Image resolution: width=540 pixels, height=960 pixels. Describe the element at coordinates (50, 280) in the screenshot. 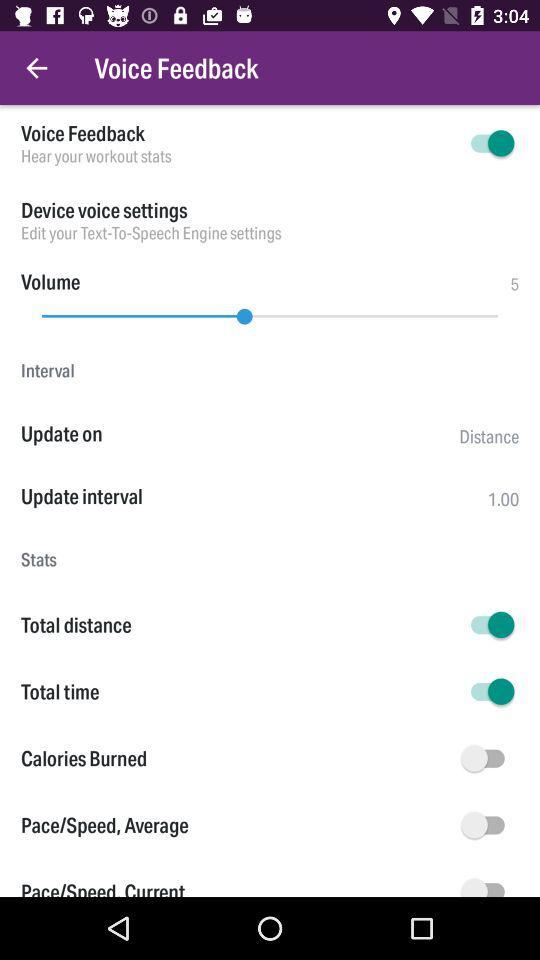

I see `item to the left of the 5 icon` at that location.